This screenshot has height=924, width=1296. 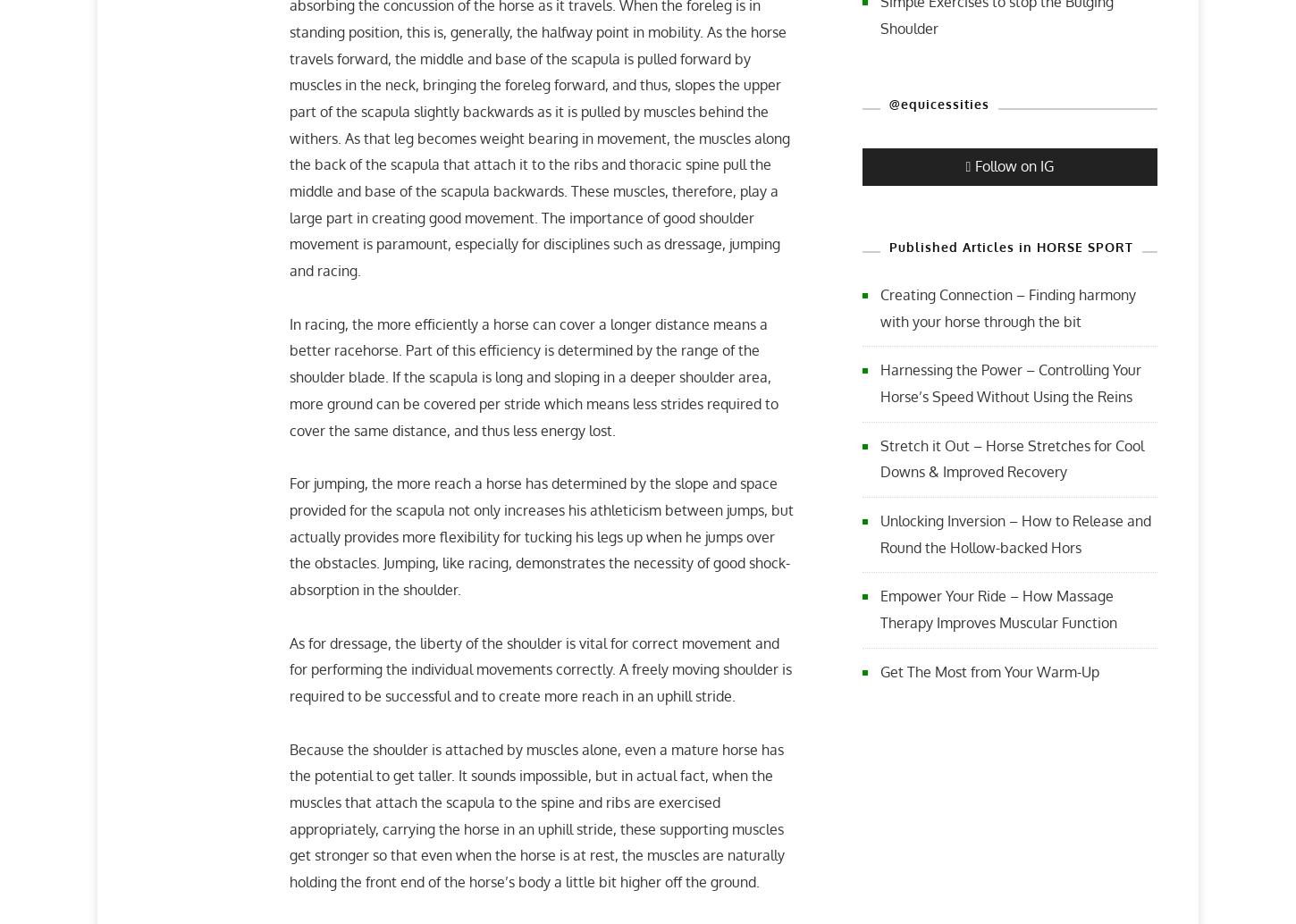 What do you see at coordinates (534, 375) in the screenshot?
I see `'In racing, the more efficiently a horse can cover a longer distance means a better racehorse. Part of this efficiency is determined by the range of the shoulder blade. If the scapula is long and sloping in a deeper shoulder area, more ground can be covered per stride which means less strides required to cover the same distance, and thus less energy lost.'` at bounding box center [534, 375].